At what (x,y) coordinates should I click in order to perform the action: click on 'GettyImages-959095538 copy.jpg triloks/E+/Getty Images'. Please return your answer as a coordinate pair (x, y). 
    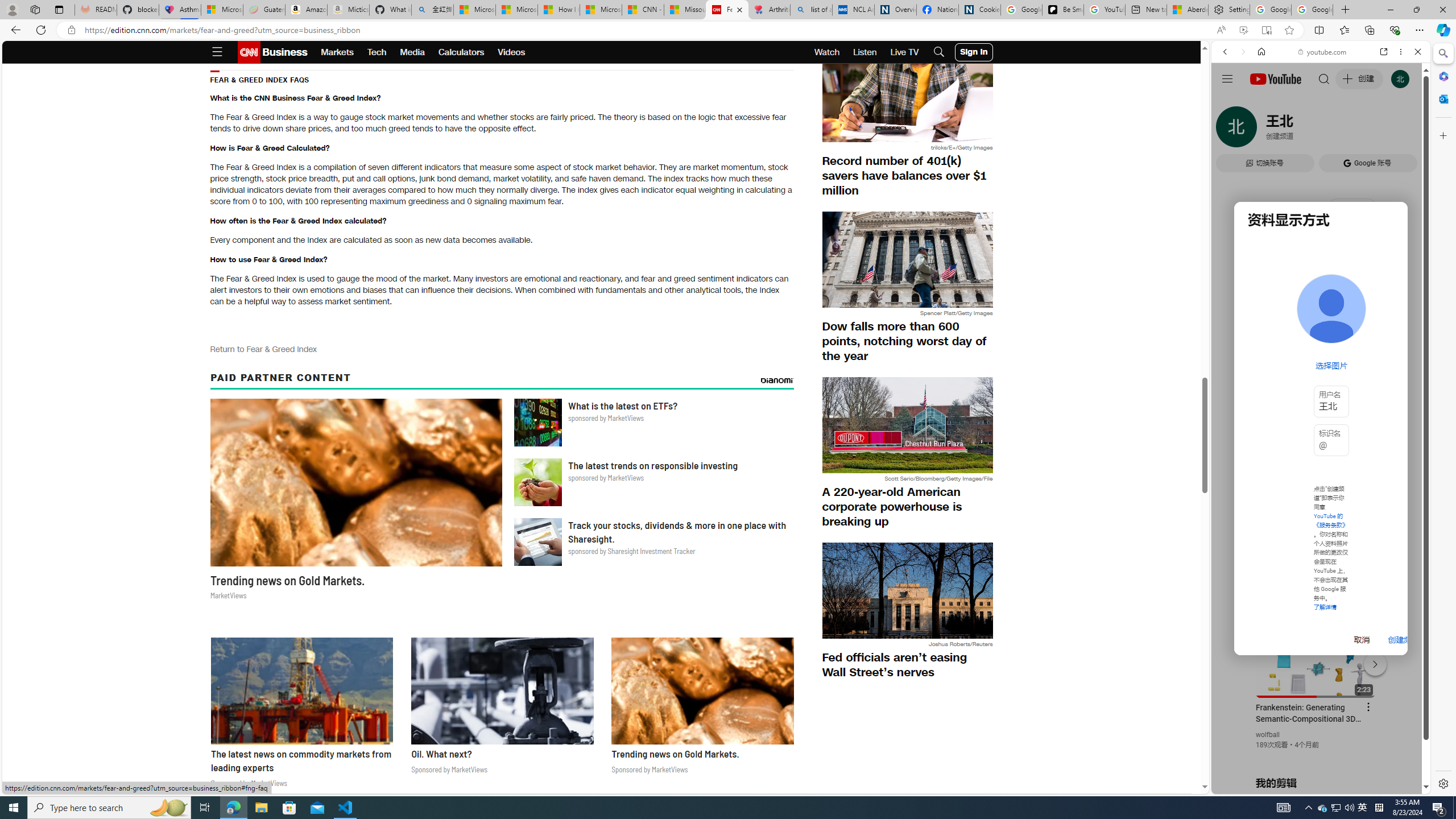
    Looking at the image, I should click on (906, 100).